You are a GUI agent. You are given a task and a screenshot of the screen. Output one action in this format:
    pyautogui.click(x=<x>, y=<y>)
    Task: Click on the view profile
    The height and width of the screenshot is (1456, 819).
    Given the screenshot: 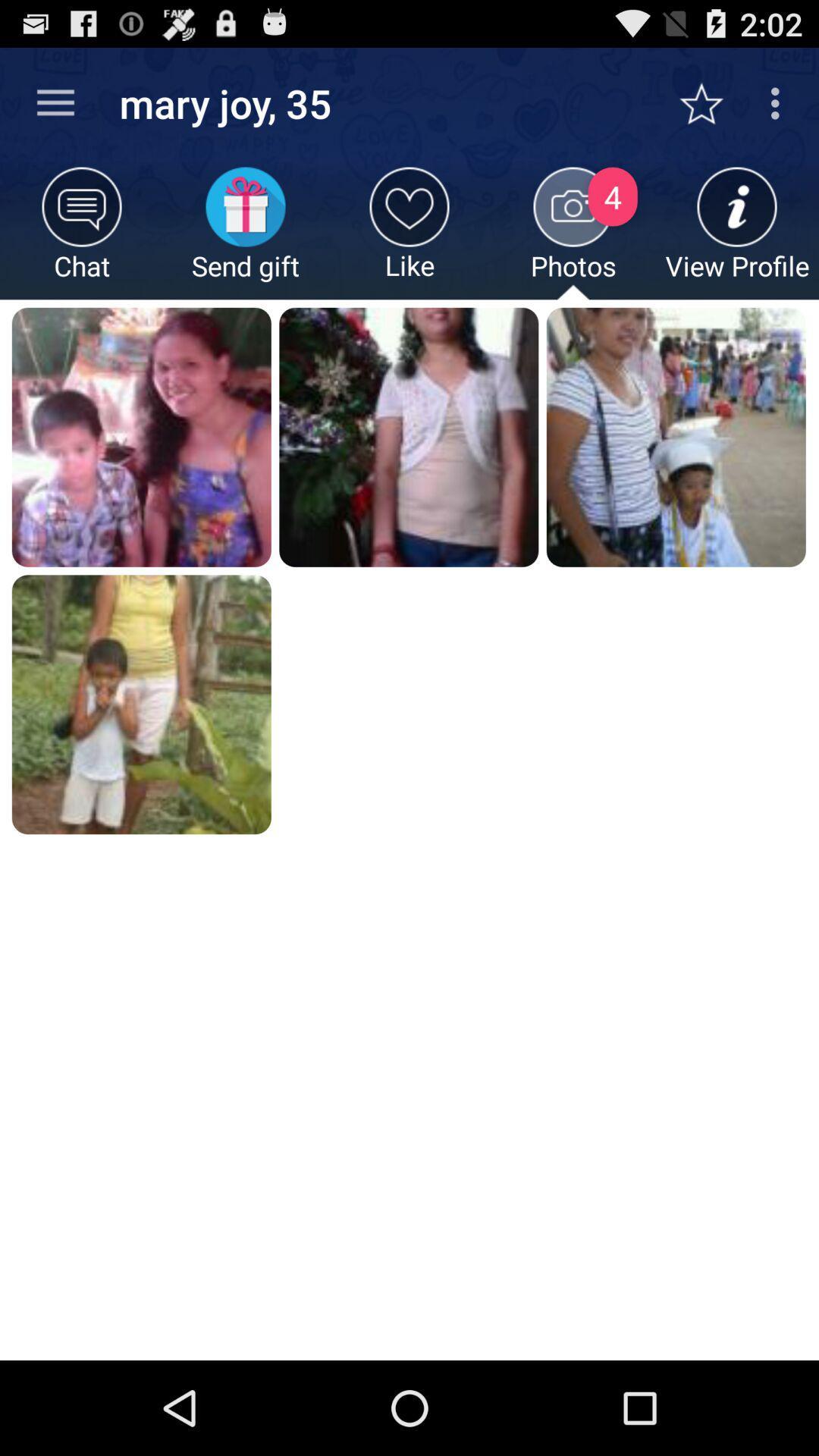 What is the action you would take?
    pyautogui.click(x=736, y=232)
    